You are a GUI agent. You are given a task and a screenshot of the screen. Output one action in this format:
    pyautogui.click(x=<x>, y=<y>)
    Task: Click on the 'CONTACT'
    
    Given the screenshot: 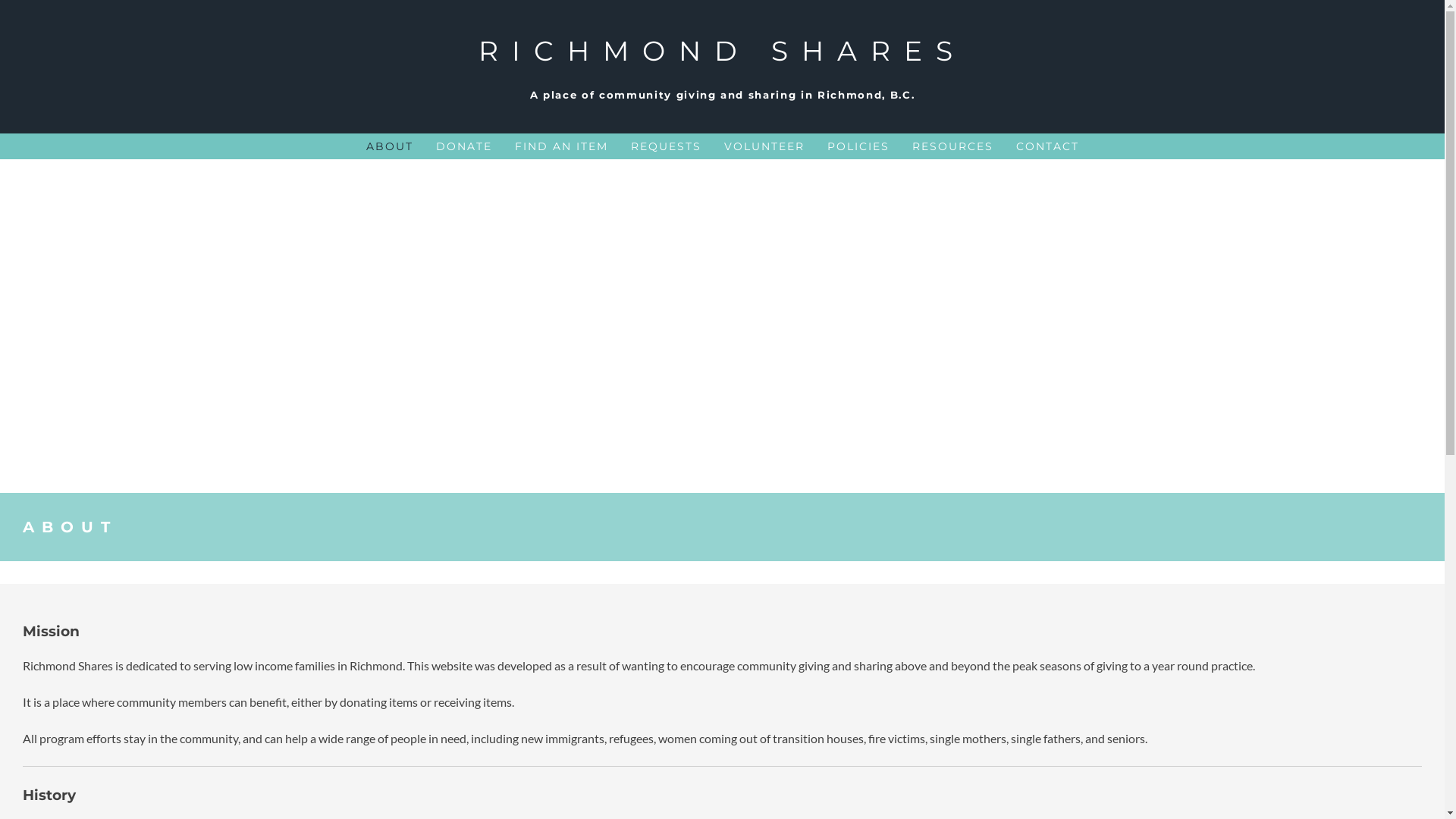 What is the action you would take?
    pyautogui.click(x=1046, y=146)
    